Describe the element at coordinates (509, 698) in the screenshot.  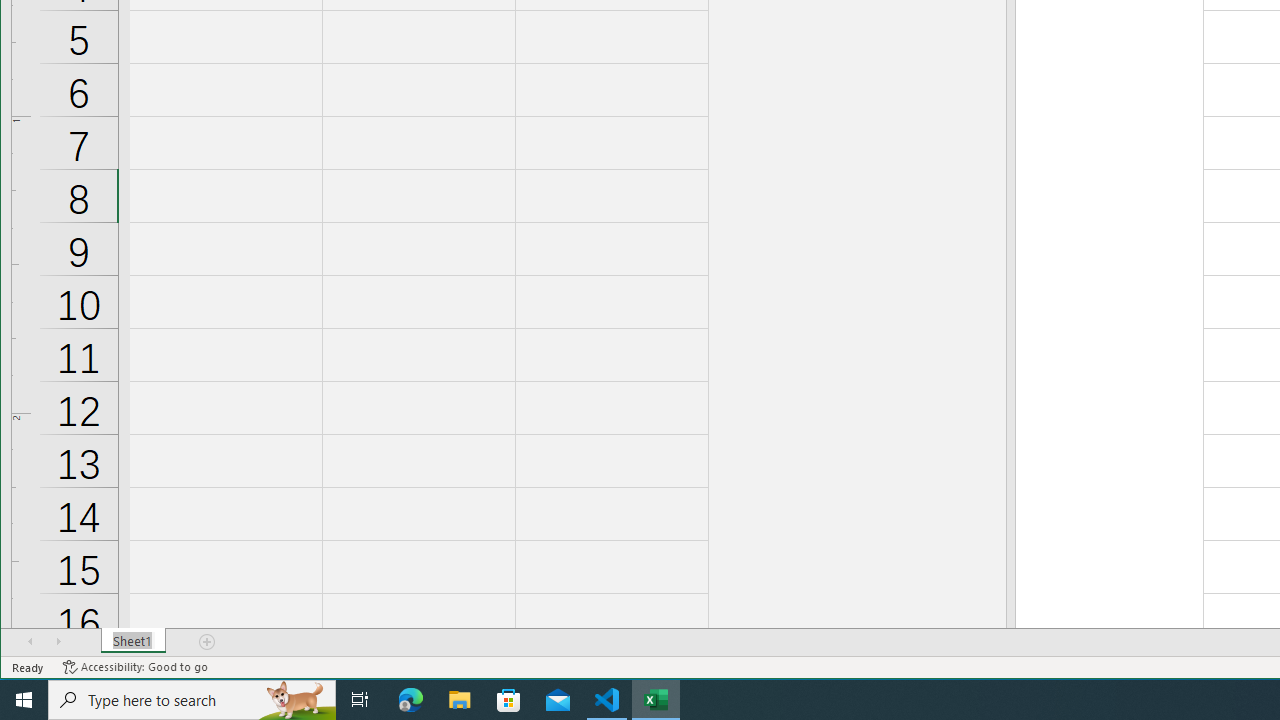
I see `'Microsoft Store'` at that location.